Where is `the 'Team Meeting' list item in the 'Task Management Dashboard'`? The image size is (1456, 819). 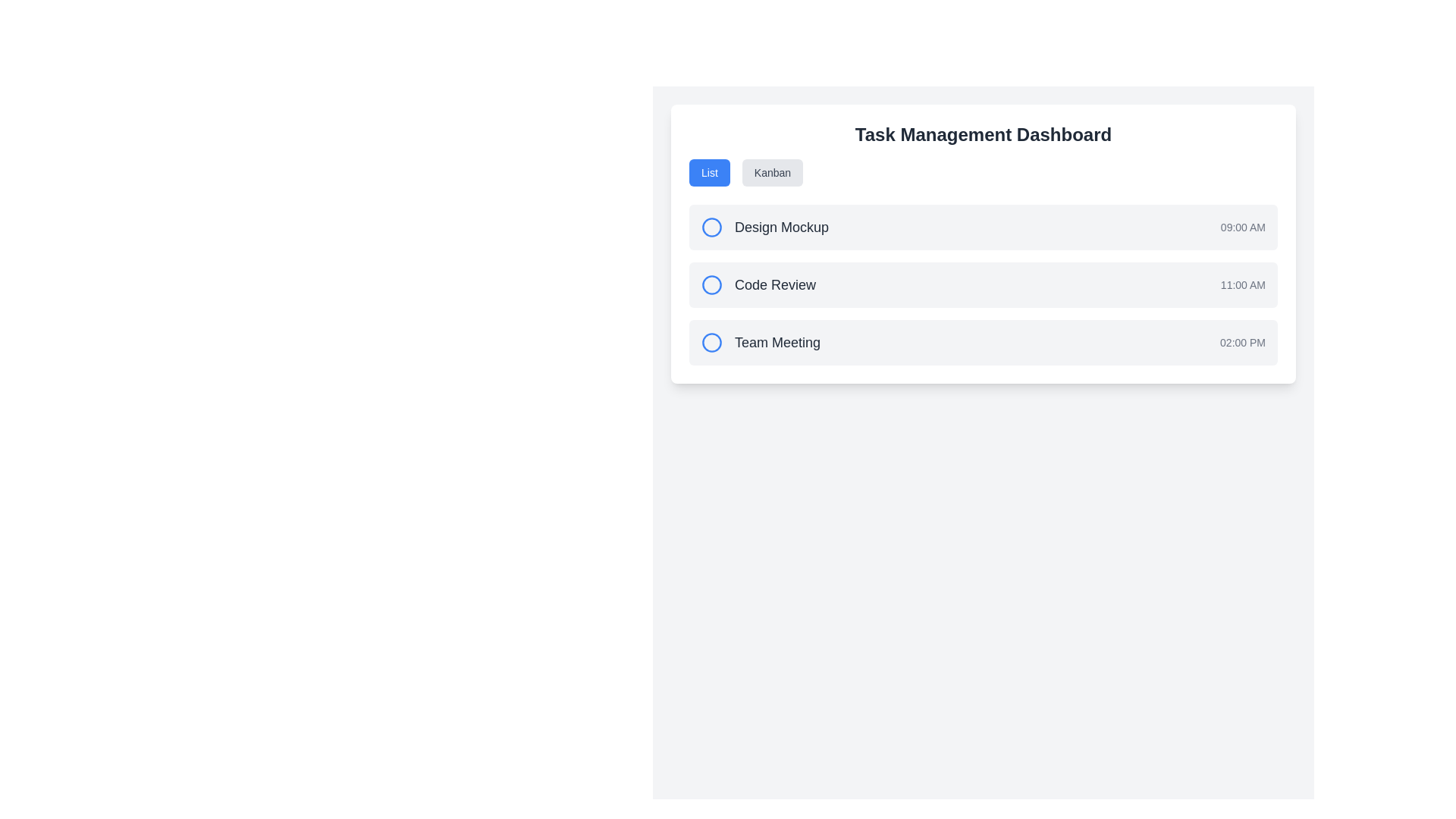 the 'Team Meeting' list item in the 'Task Management Dashboard' is located at coordinates (983, 342).